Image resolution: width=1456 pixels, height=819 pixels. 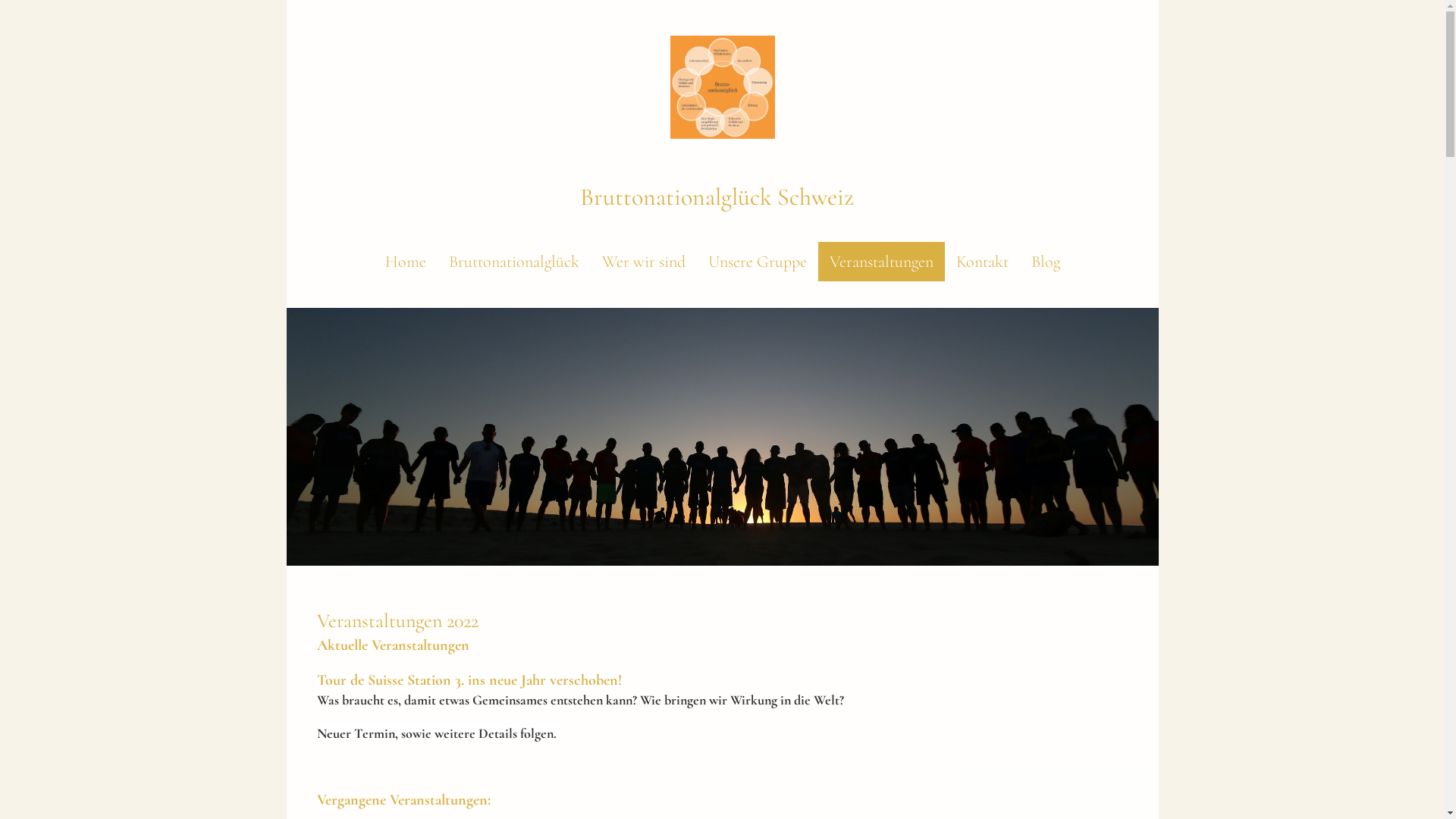 I want to click on 'Wer wir sind', so click(x=643, y=260).